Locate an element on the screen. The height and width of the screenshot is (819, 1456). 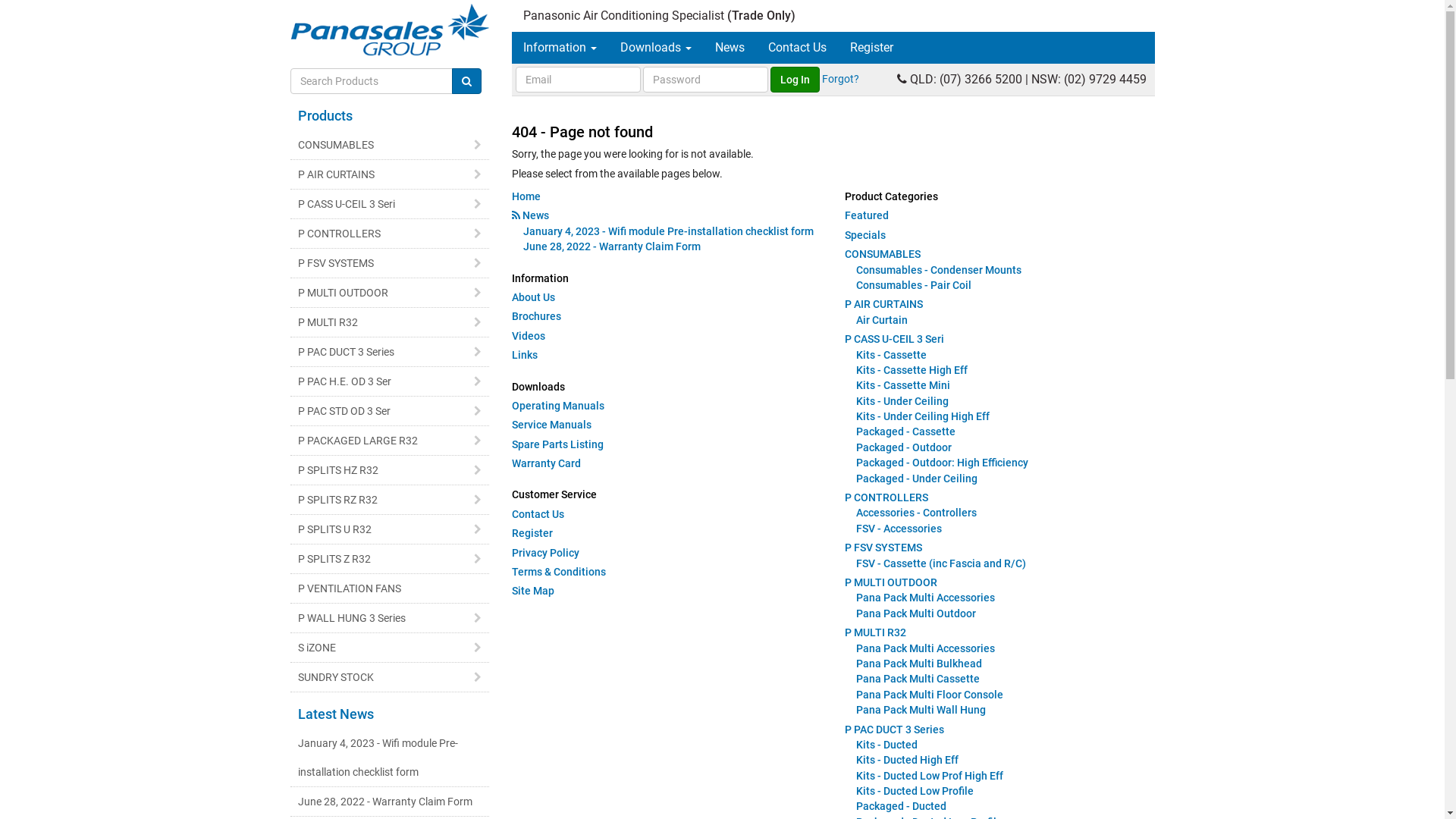
'P AIR CURTAINS' is located at coordinates (389, 174).